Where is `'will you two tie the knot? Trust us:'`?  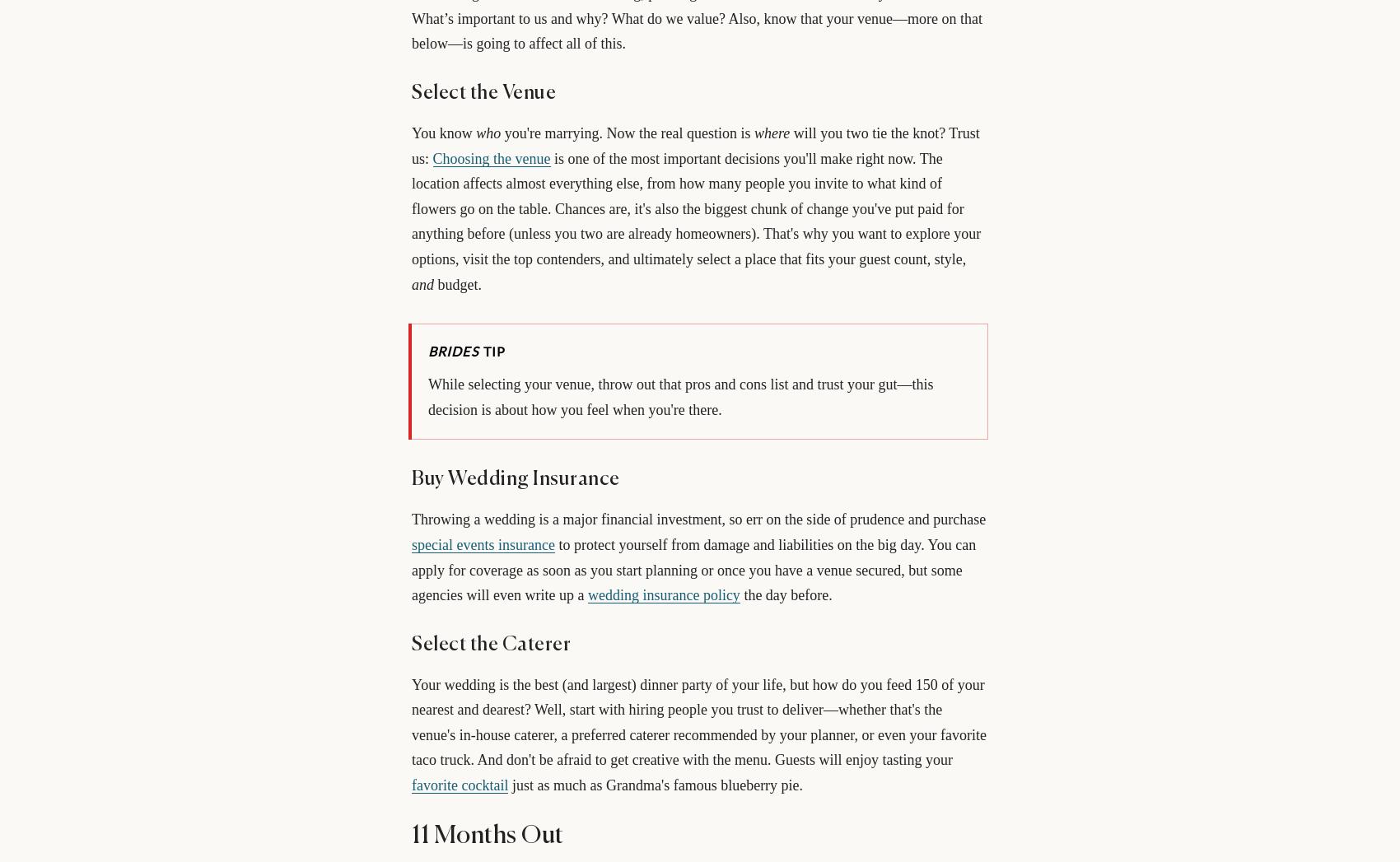 'will you two tie the knot? Trust us:' is located at coordinates (411, 145).